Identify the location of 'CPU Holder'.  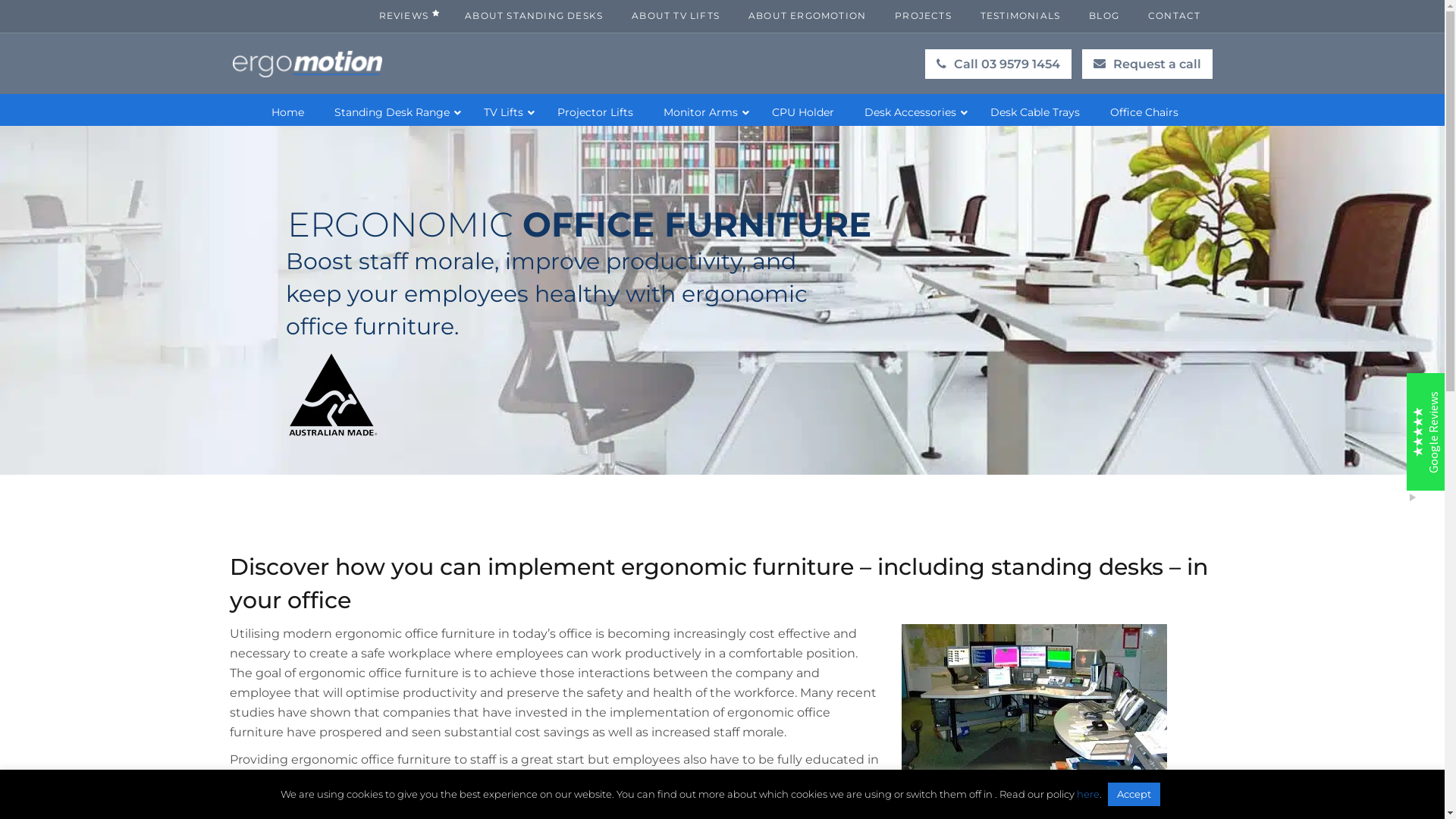
(802, 111).